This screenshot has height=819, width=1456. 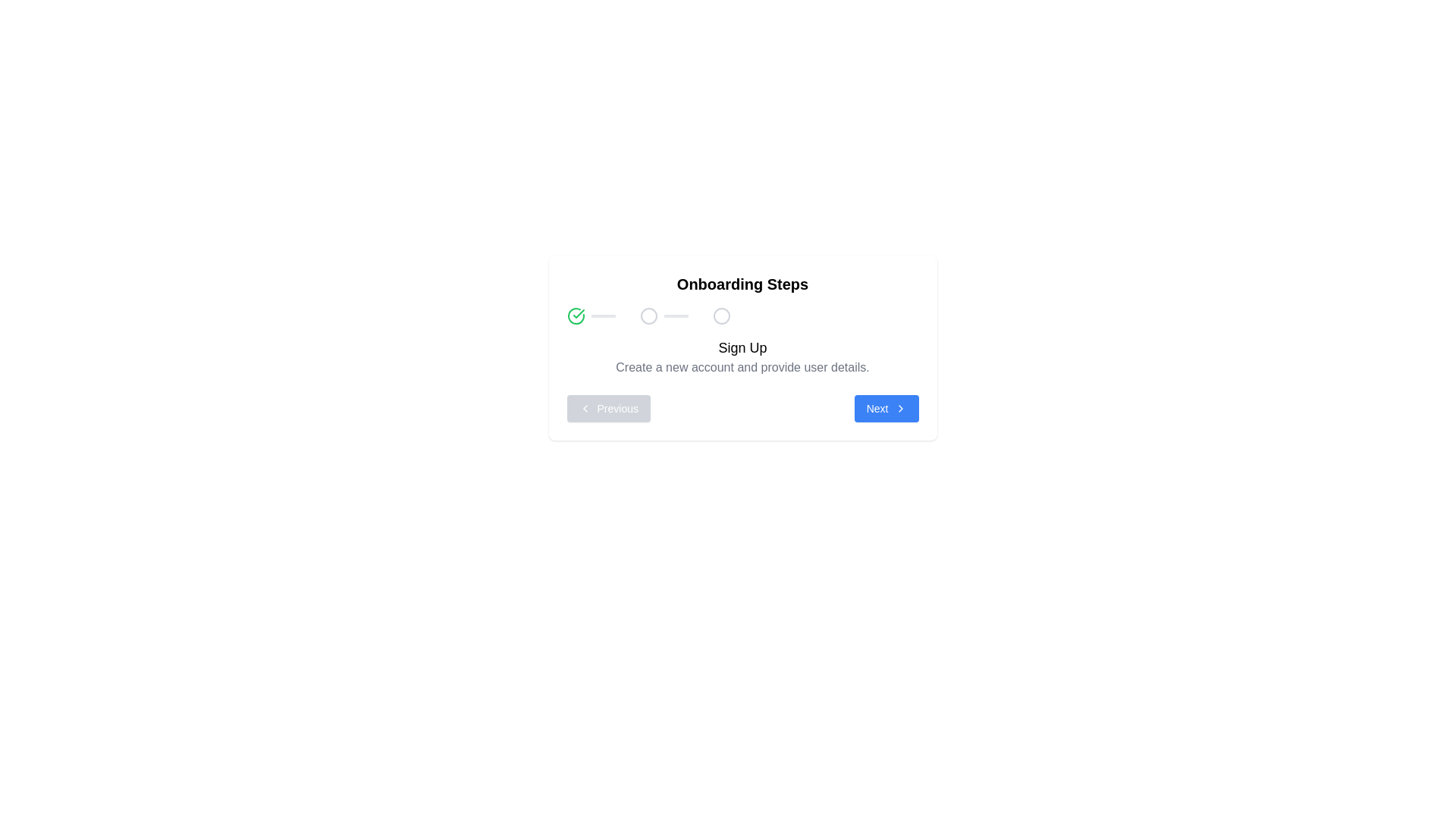 I want to click on the hollow circle icon, which serves as the second step indicator in the onboarding progress tracker, located in the middle of the progress bar, so click(x=648, y=315).